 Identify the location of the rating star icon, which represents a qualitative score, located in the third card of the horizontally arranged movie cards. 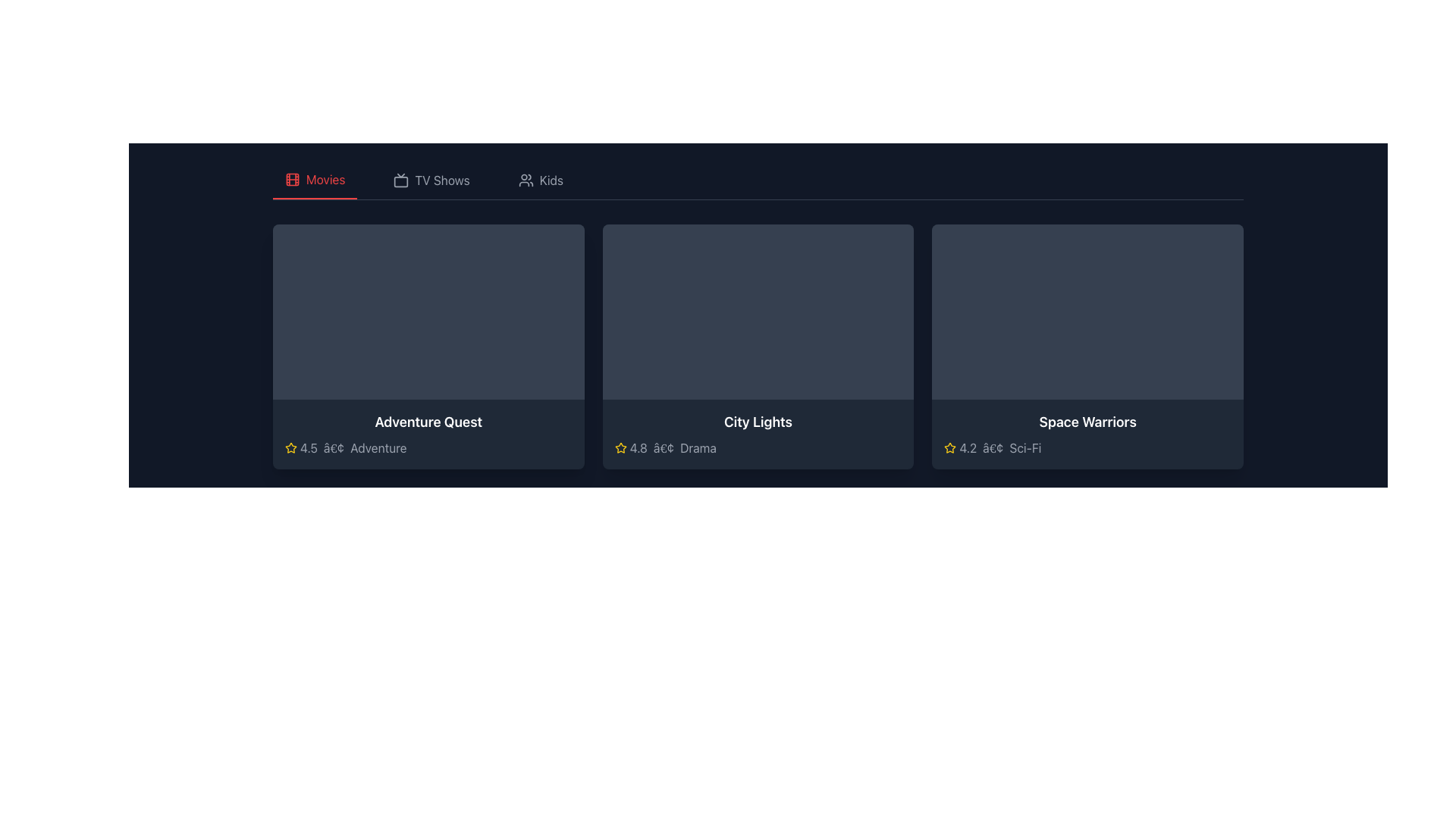
(949, 447).